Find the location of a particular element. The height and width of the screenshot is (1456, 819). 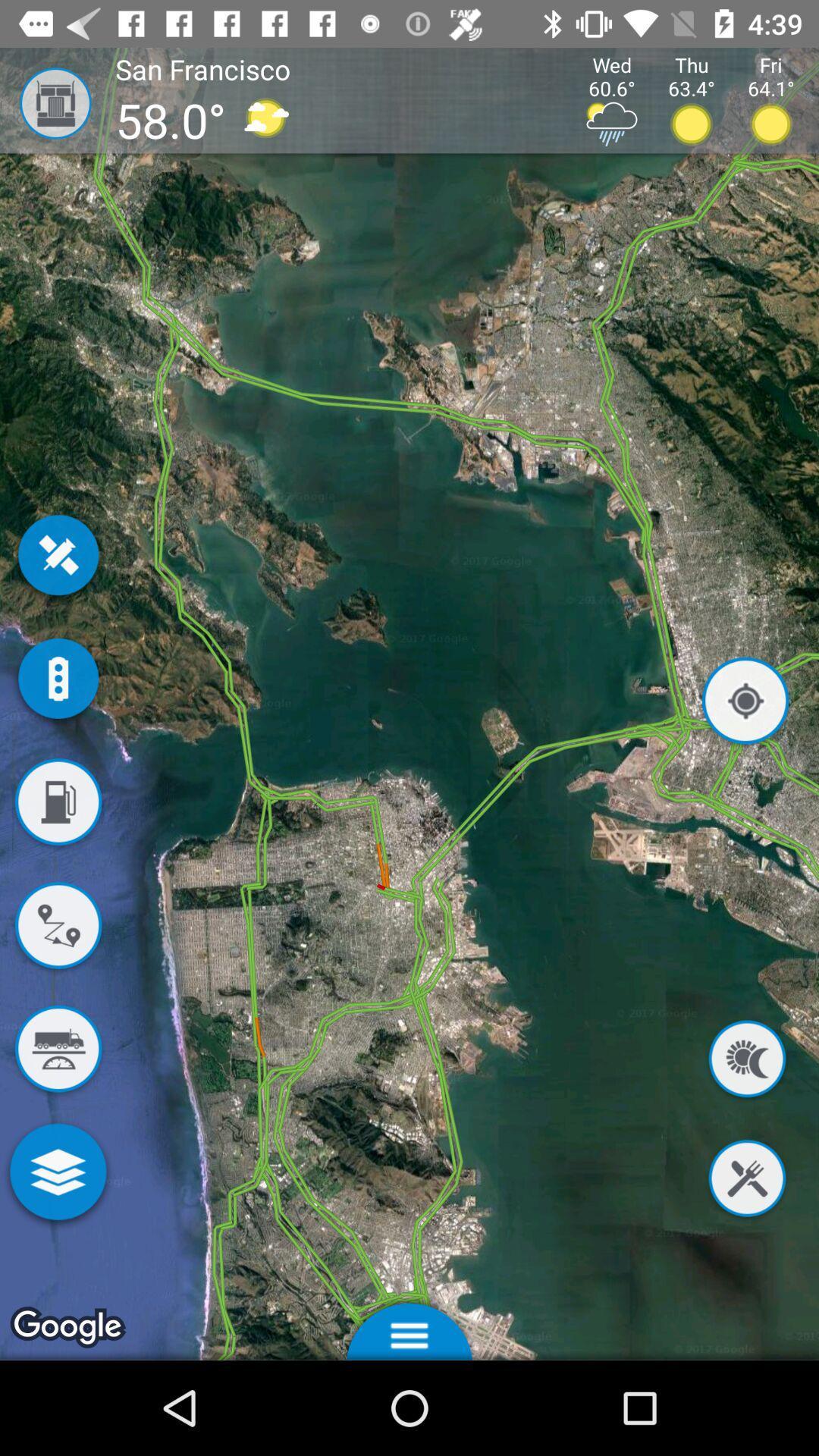

show gas stations is located at coordinates (57, 804).